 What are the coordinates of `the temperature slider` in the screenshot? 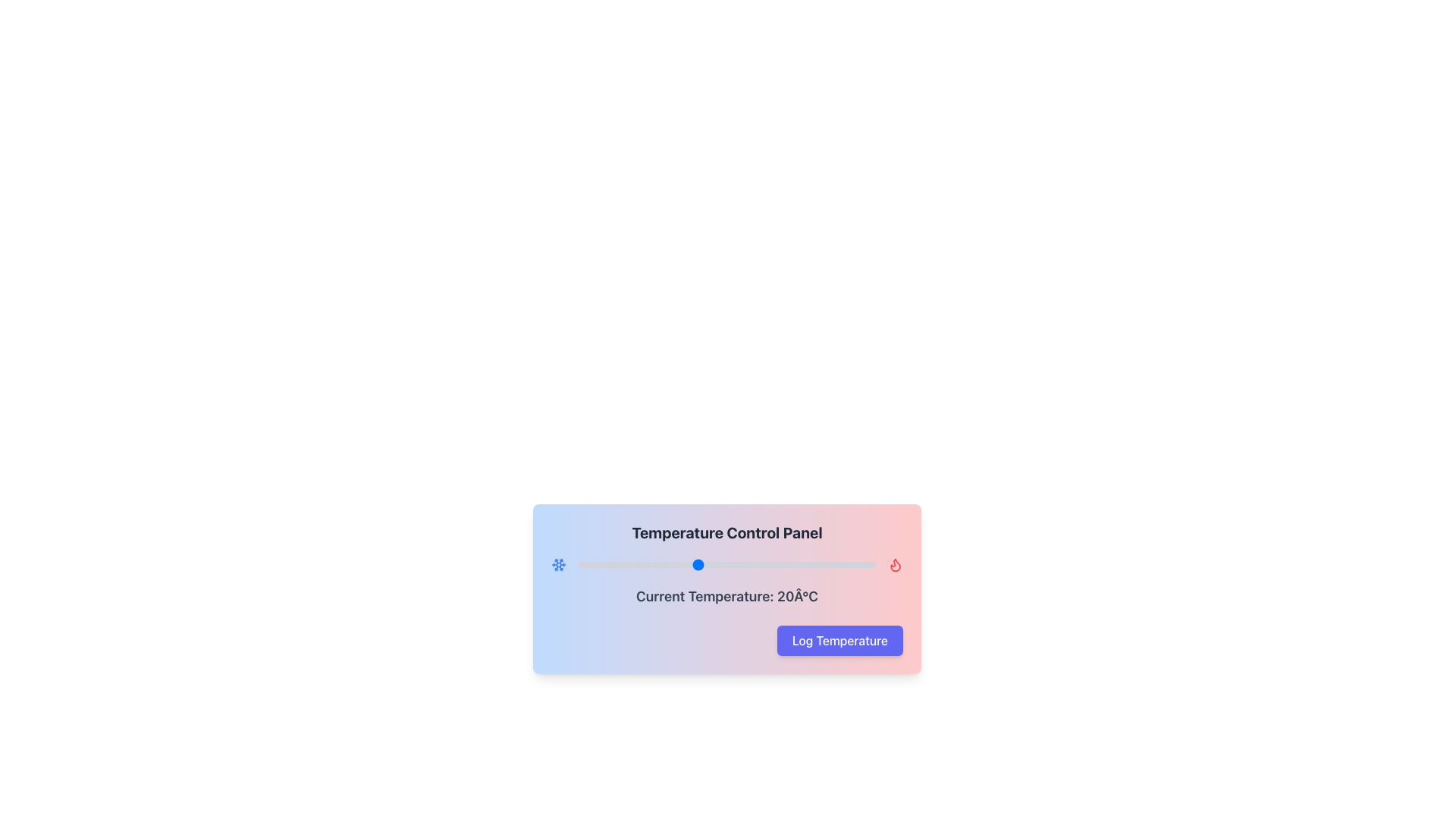 It's located at (803, 564).